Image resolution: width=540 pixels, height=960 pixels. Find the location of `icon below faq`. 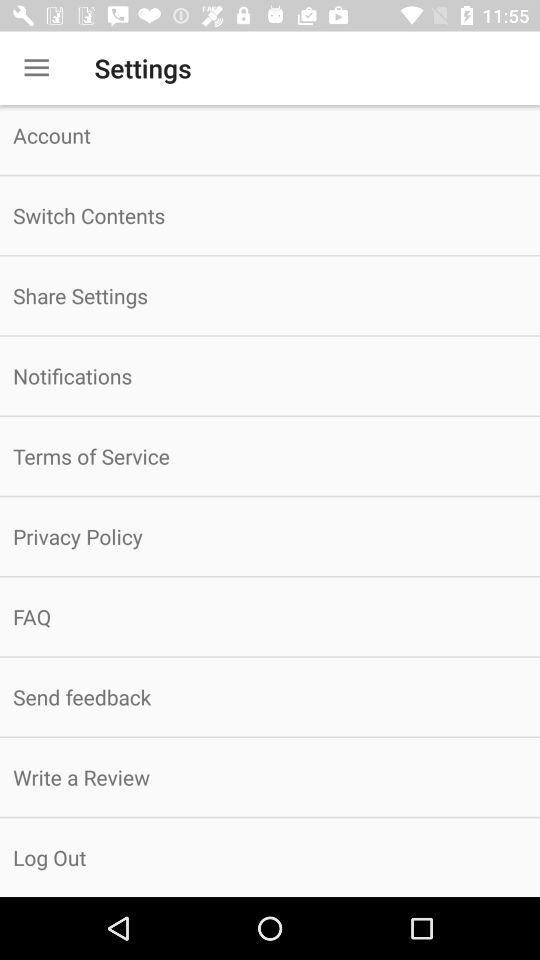

icon below faq is located at coordinates (270, 697).